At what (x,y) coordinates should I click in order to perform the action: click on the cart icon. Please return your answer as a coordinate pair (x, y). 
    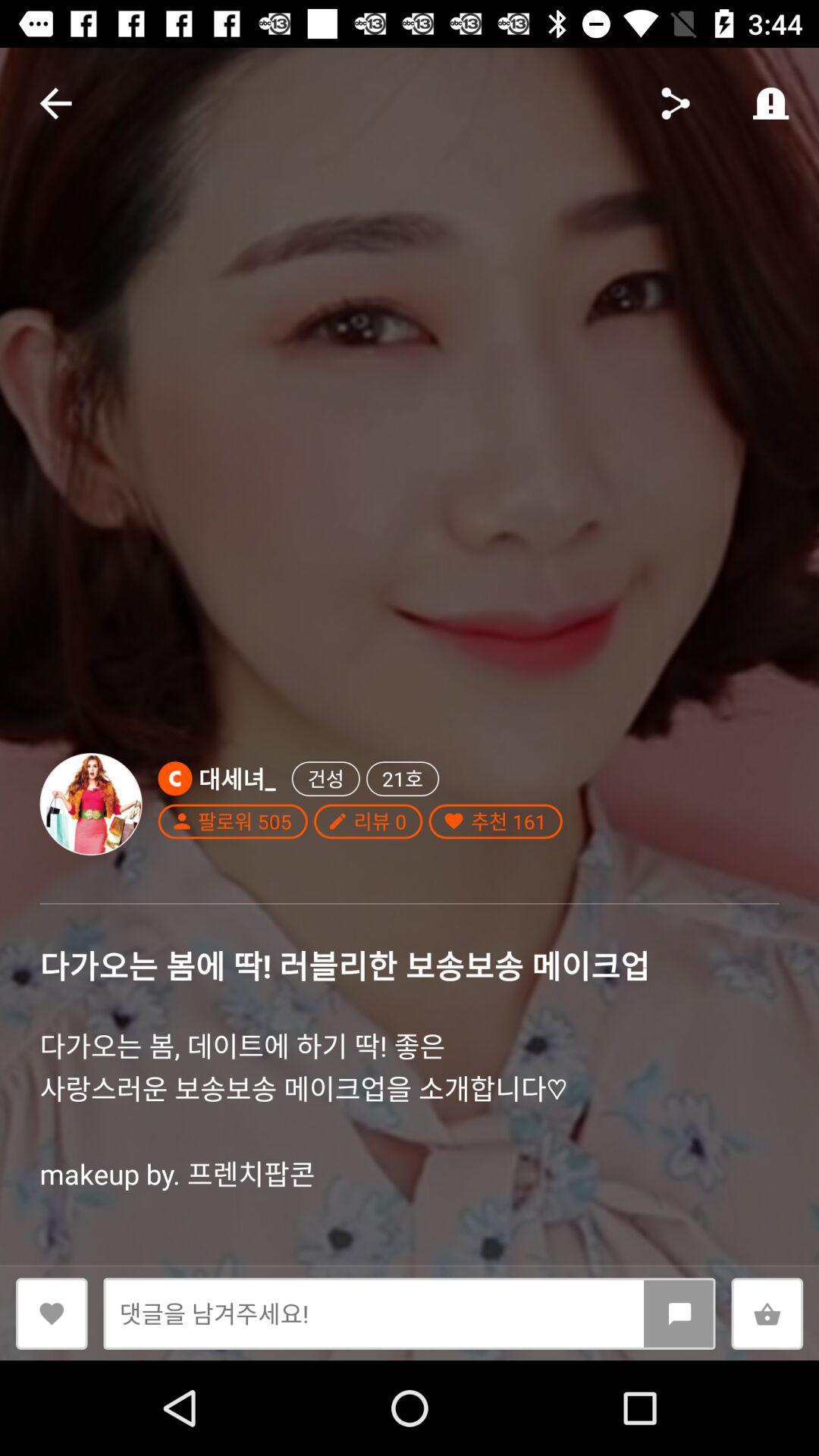
    Looking at the image, I should click on (767, 1313).